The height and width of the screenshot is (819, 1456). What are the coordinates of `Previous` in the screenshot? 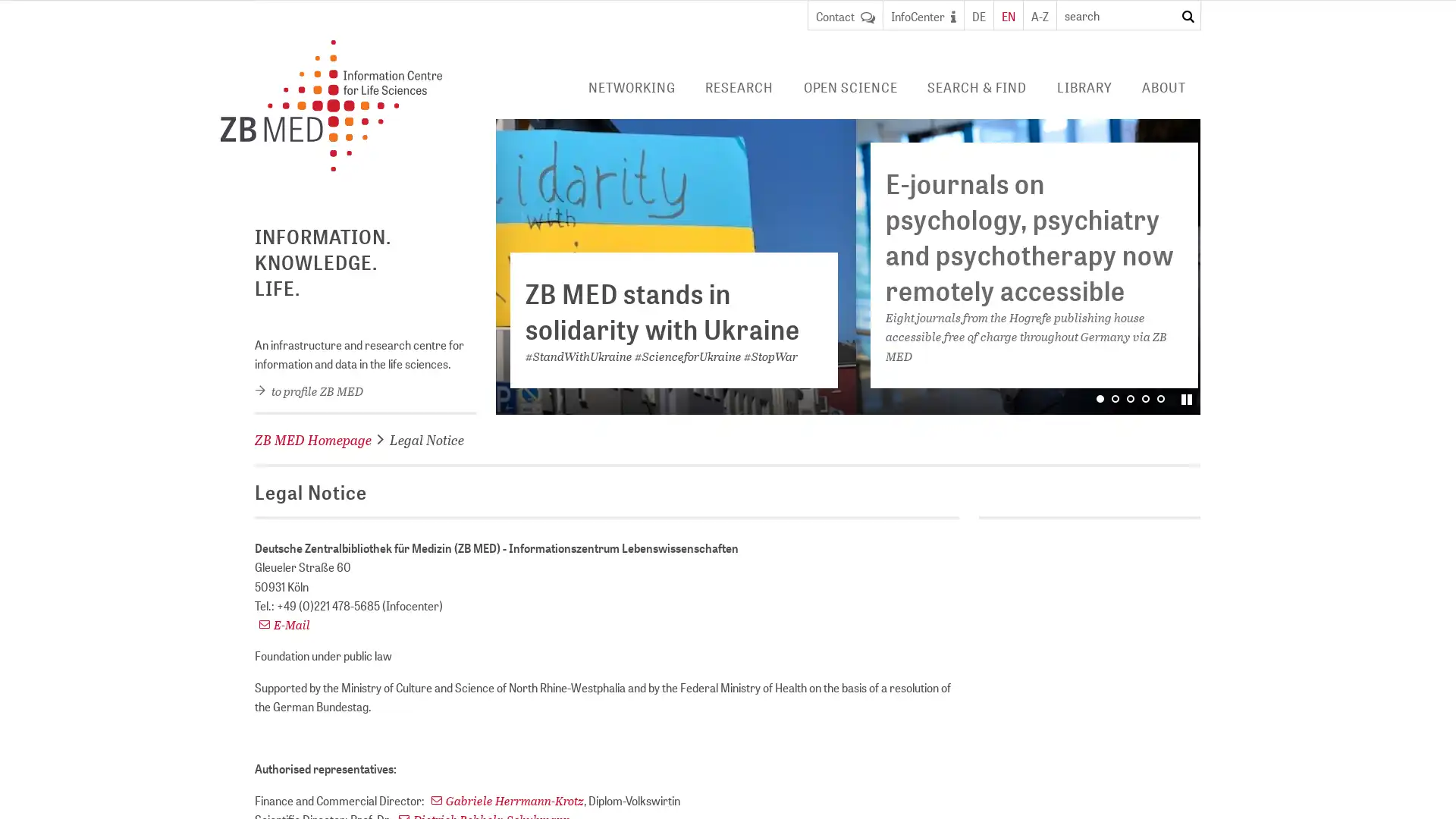 It's located at (516, 265).